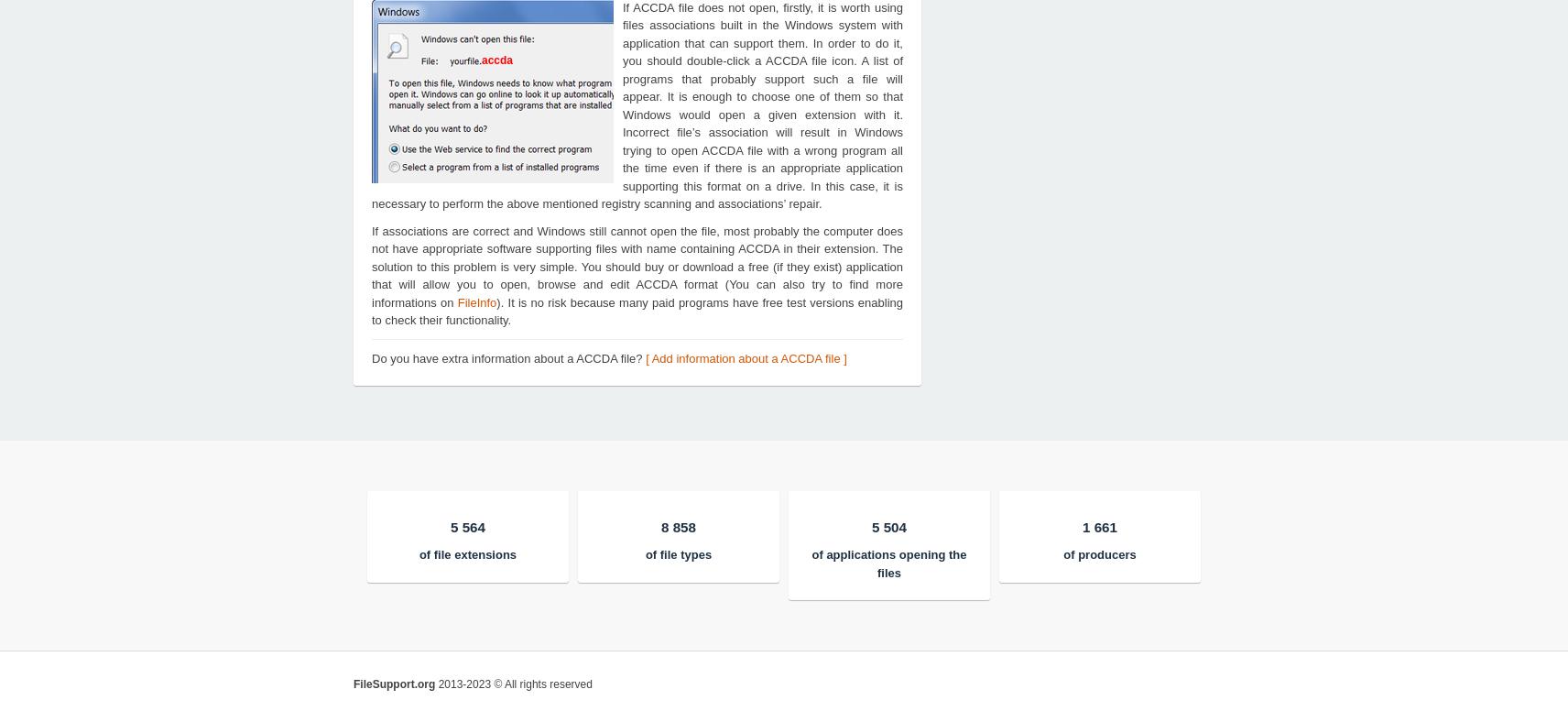 The width and height of the screenshot is (1568, 711). I want to click on 'of producers', so click(1063, 554).